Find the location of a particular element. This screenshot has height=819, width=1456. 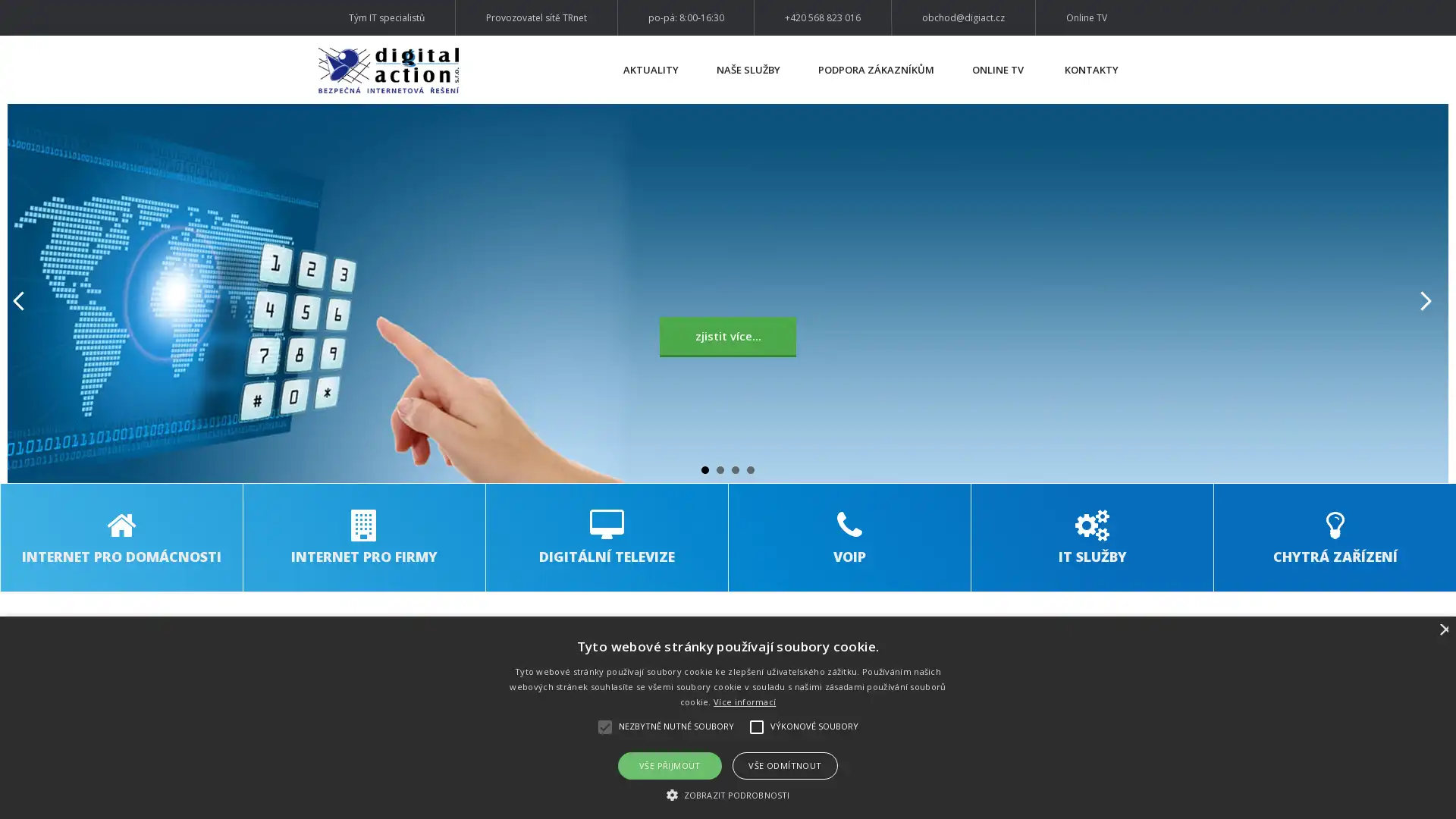

VSE PRIJMOUT is located at coordinates (669, 765).